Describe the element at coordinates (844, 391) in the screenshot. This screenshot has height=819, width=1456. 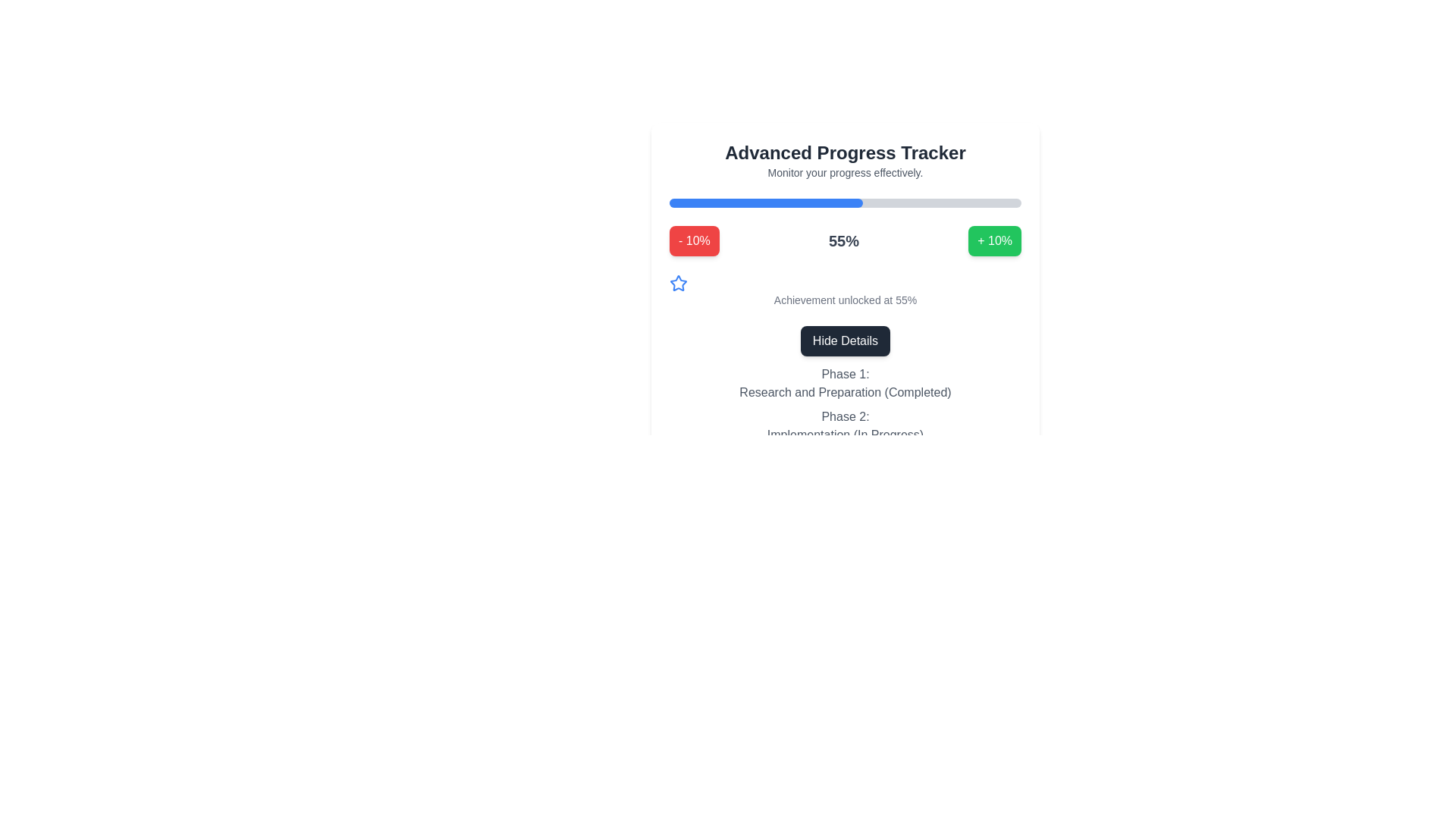
I see `the text display indicating the first phase of the progress tracker, which describes its completion status and is located beneath the 'Phase 1:' label` at that location.